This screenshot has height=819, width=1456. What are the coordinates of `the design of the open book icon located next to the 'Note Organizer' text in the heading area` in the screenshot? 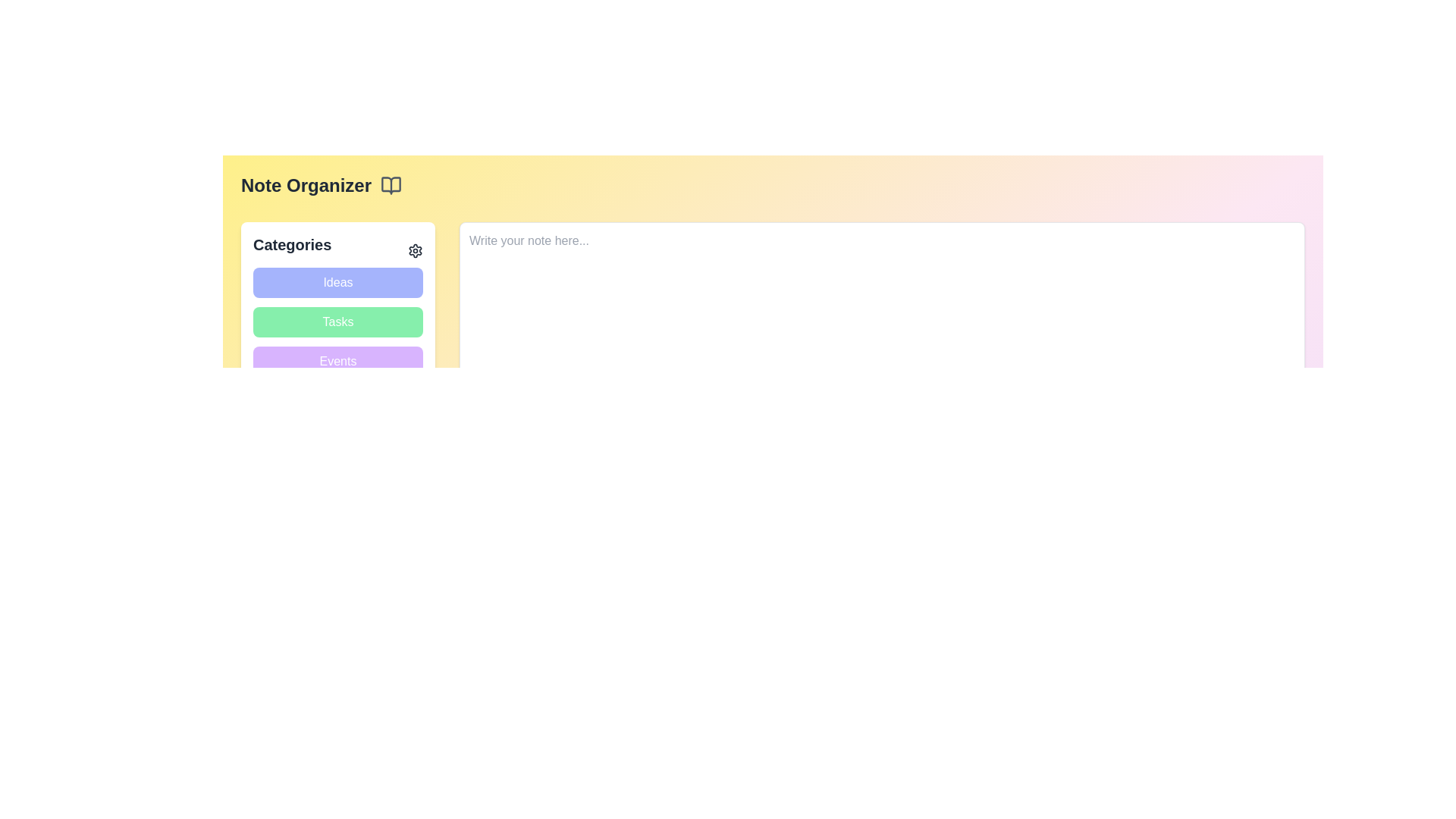 It's located at (391, 185).